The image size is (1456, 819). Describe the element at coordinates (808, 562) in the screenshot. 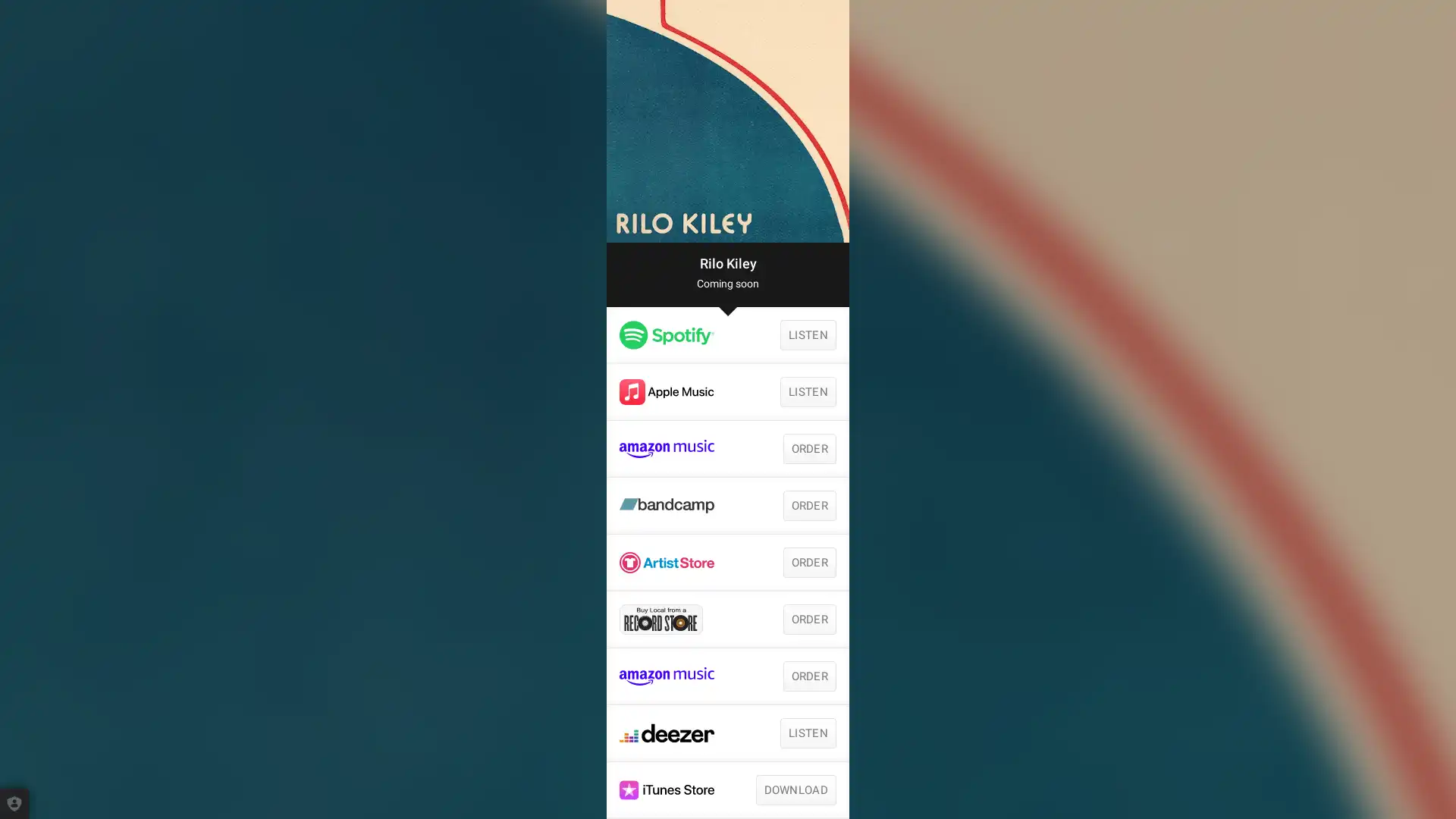

I see `ORDER` at that location.